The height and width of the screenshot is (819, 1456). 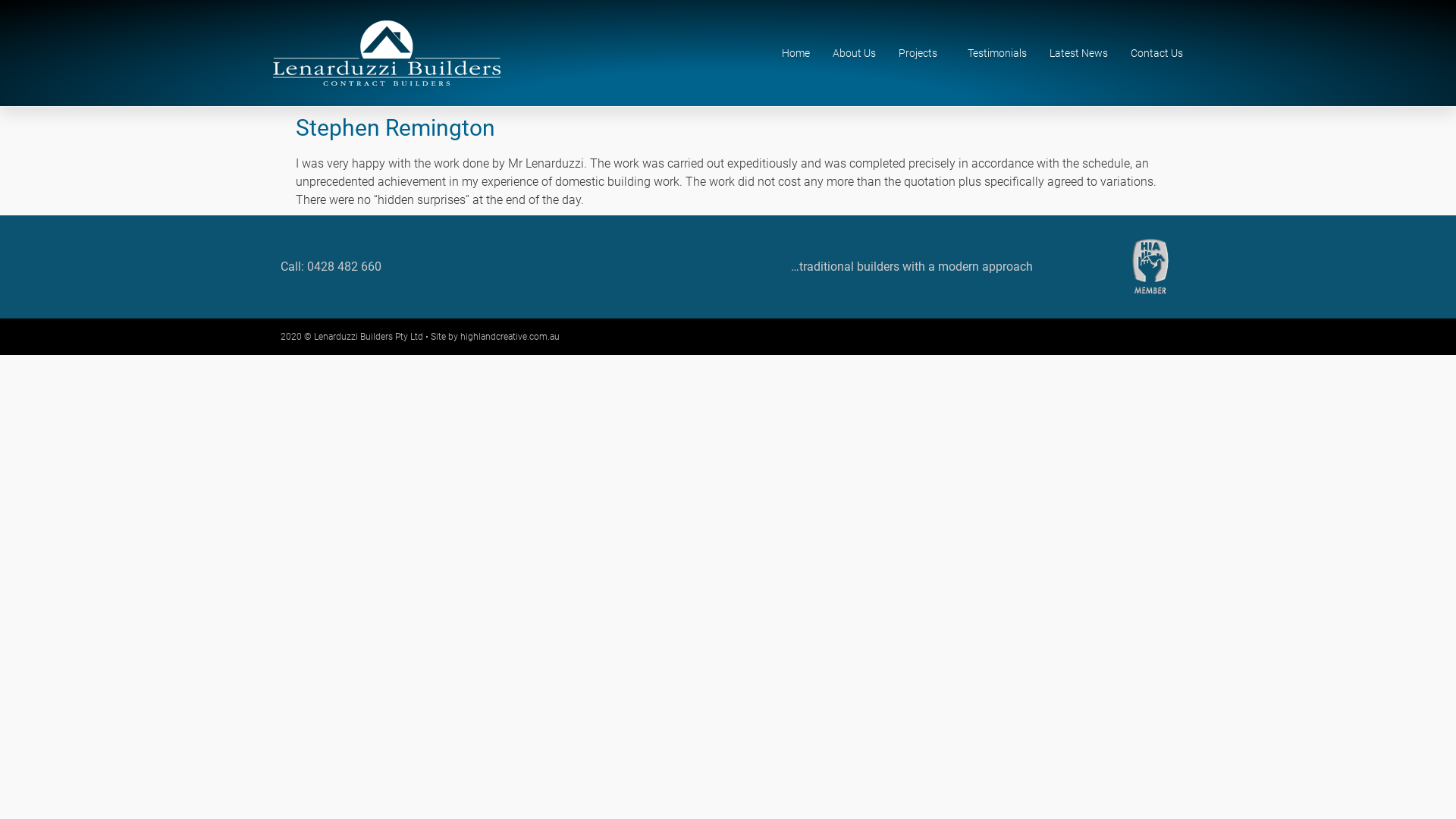 I want to click on 'About Us', so click(x=854, y=52).